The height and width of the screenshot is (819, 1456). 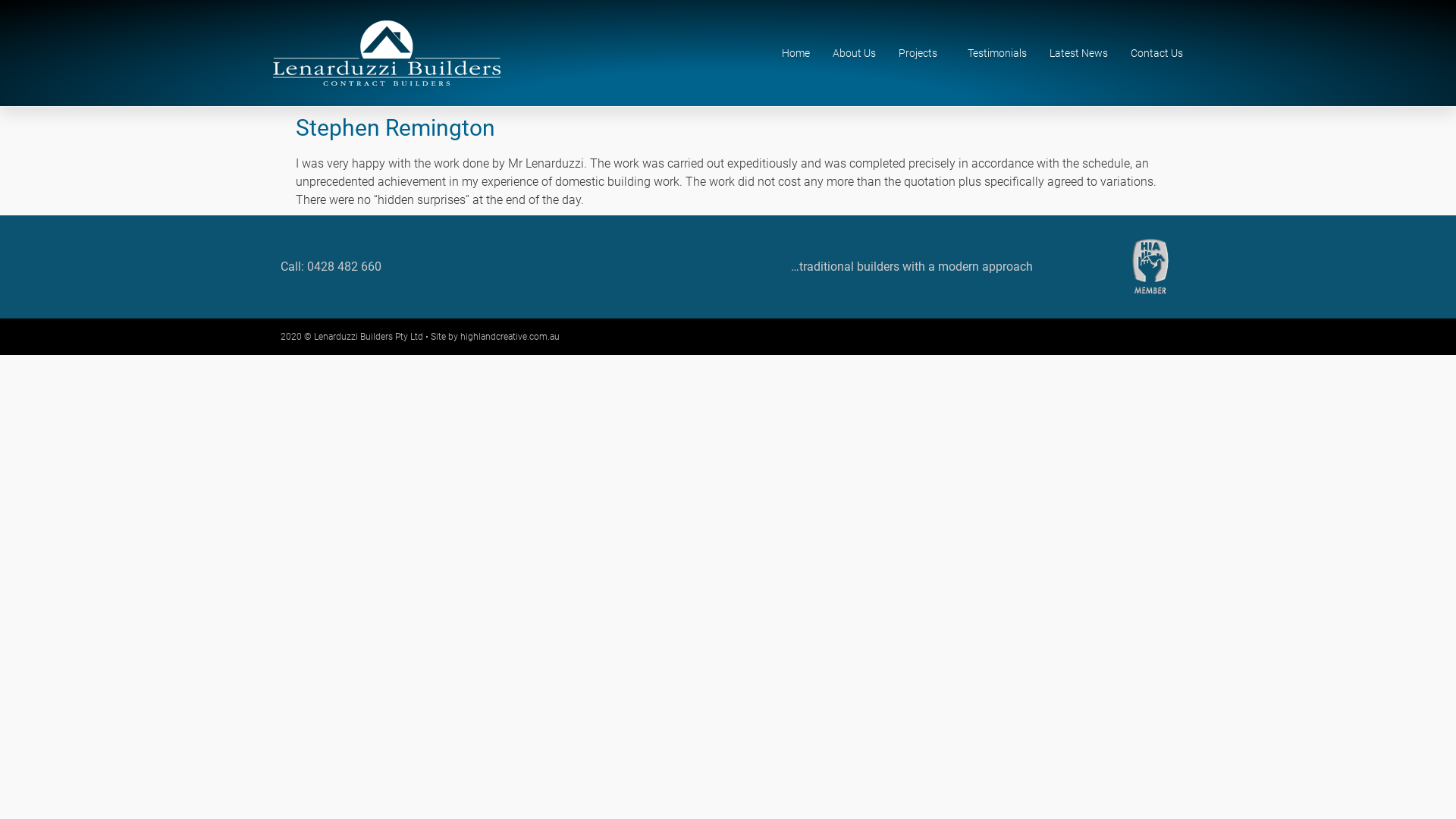 I want to click on 'About Us', so click(x=854, y=52).